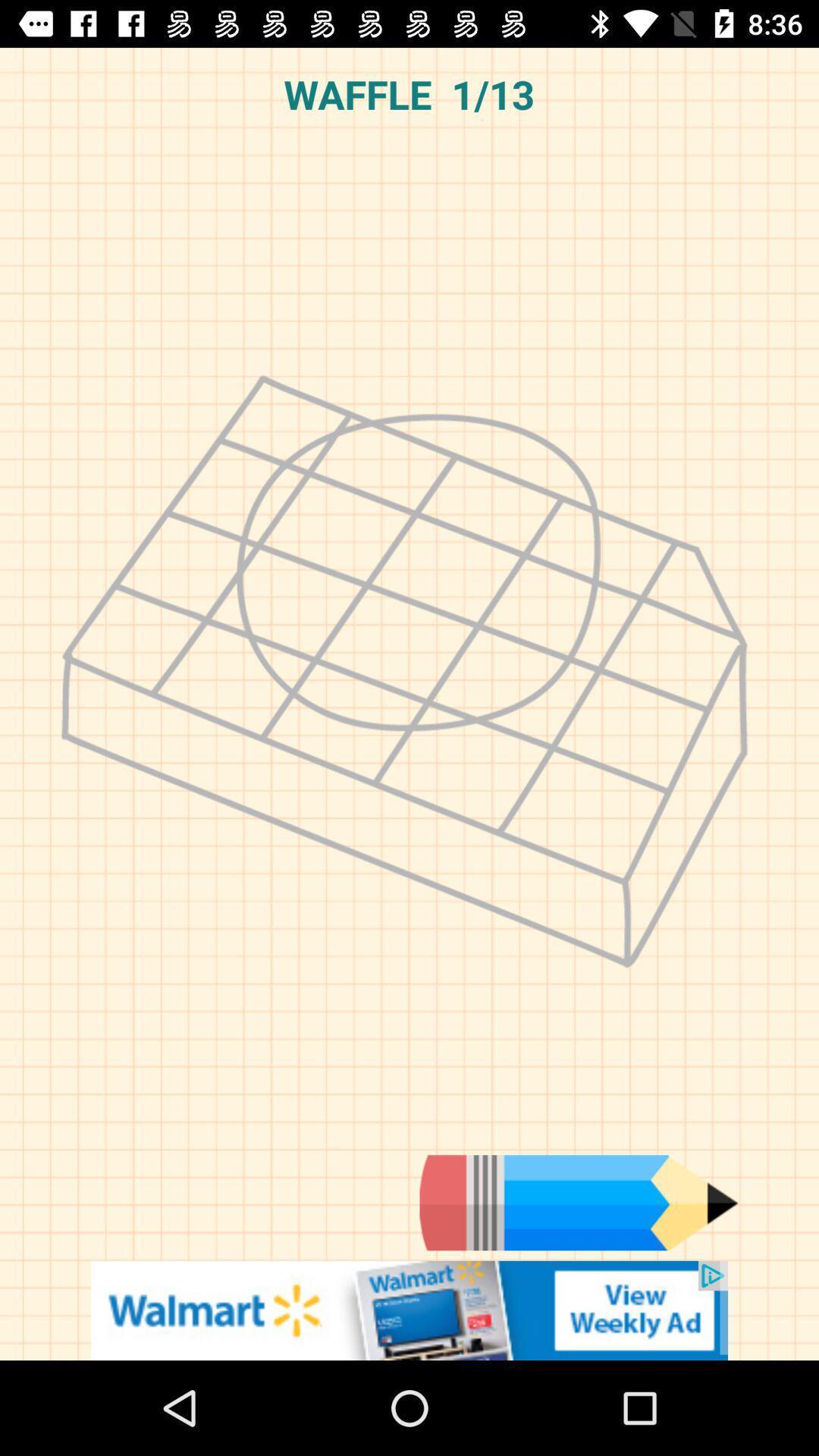 The width and height of the screenshot is (819, 1456). I want to click on to draw, so click(579, 1202).